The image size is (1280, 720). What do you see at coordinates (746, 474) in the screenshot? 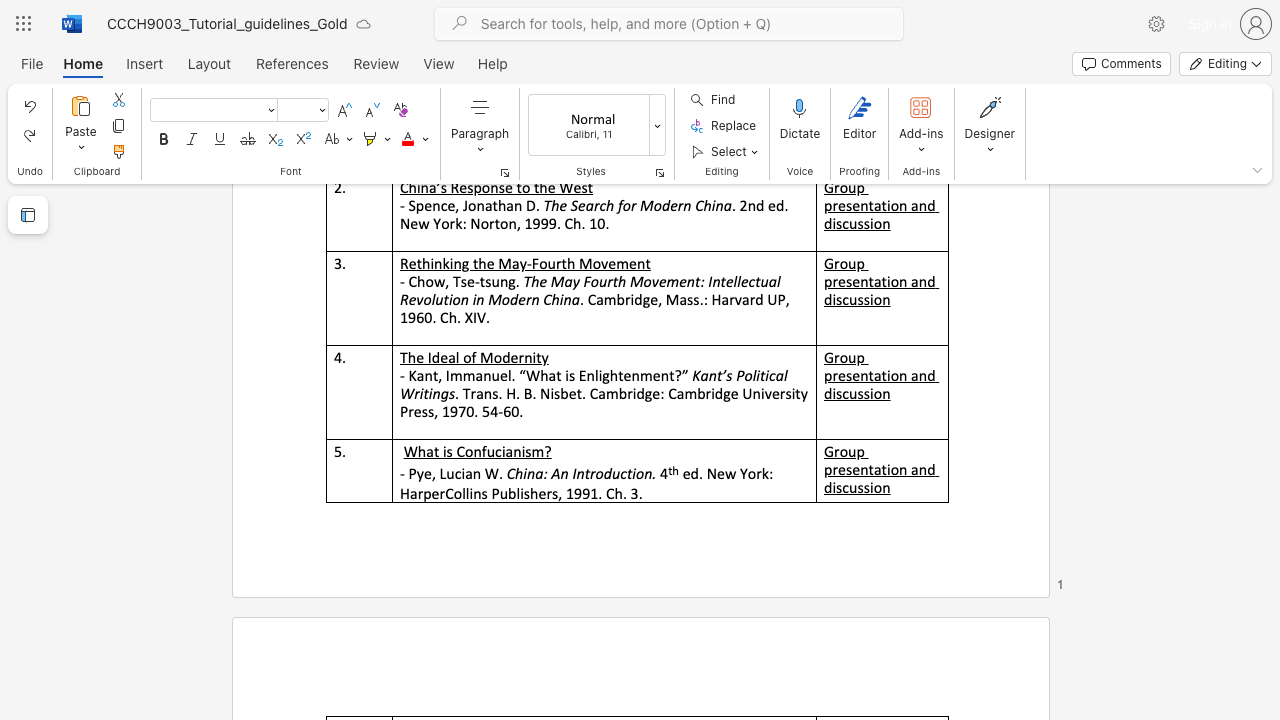
I see `the subset text "ork:" within the text "ed. New York:"` at bounding box center [746, 474].